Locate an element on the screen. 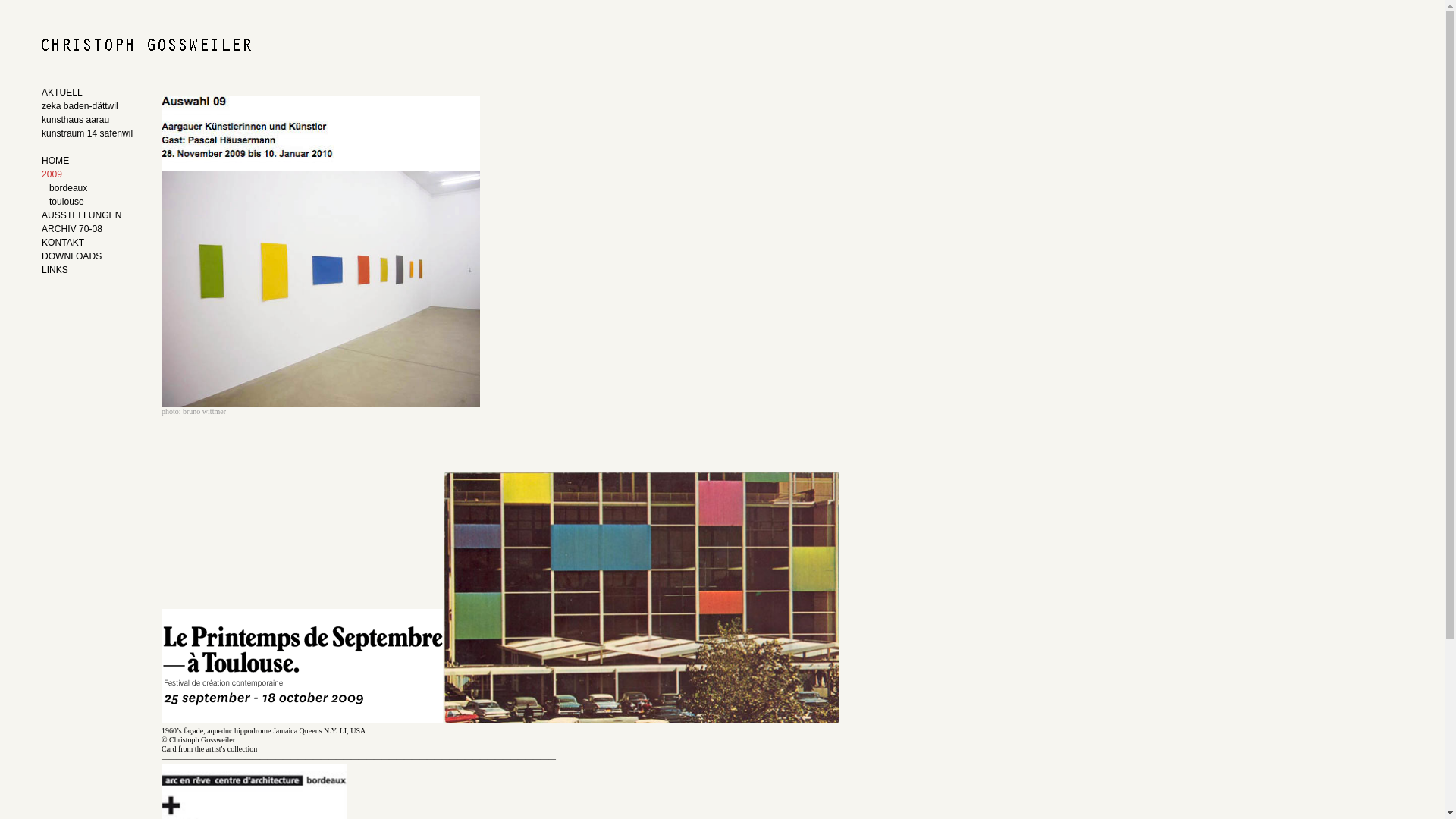 This screenshot has width=1456, height=819. 'kunsthaus aarau' is located at coordinates (88, 120).